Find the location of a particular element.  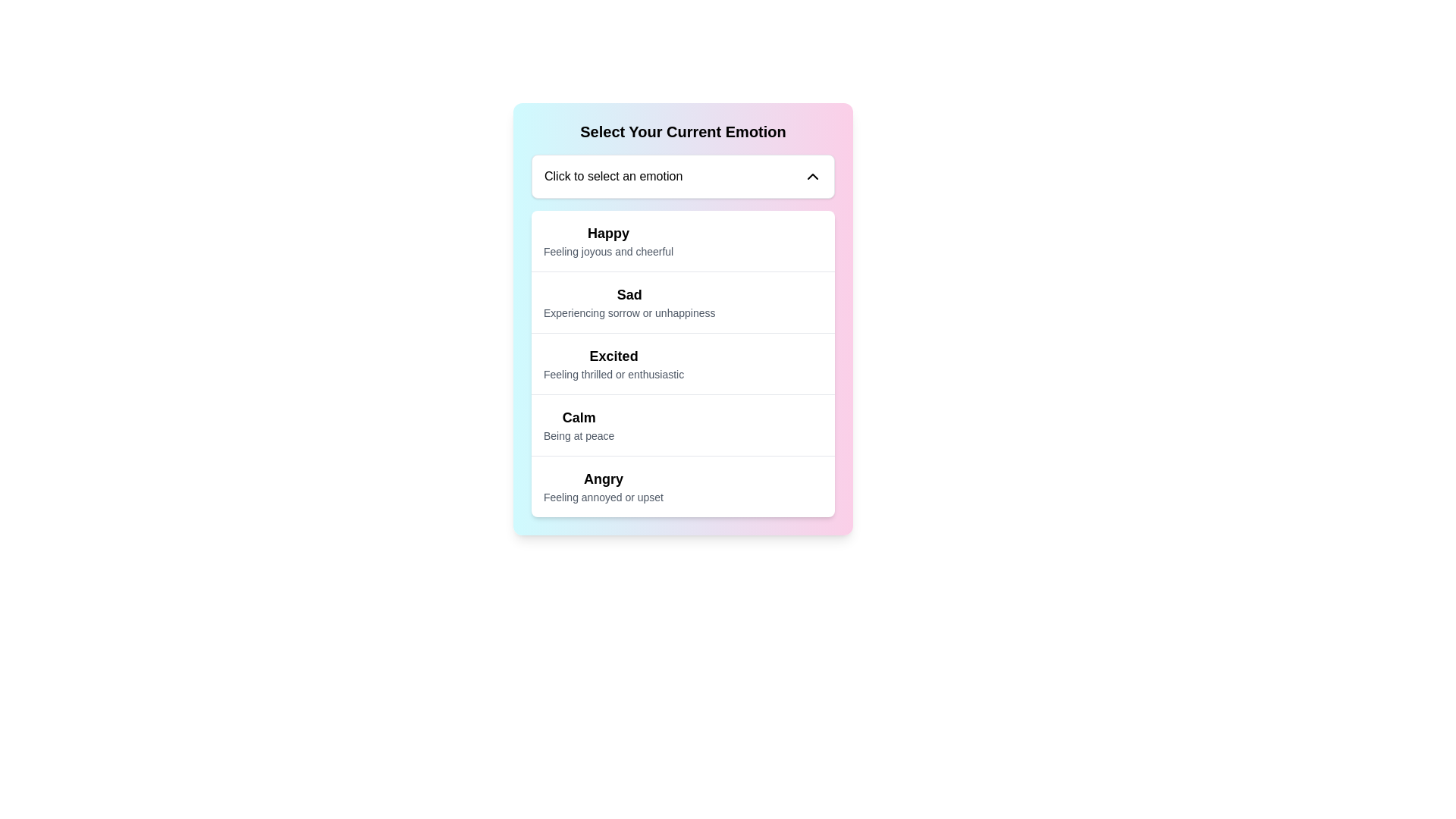

the first item in the emotion selection list, positioned directly below the 'Select Your Current Emotion' dropdown is located at coordinates (682, 240).